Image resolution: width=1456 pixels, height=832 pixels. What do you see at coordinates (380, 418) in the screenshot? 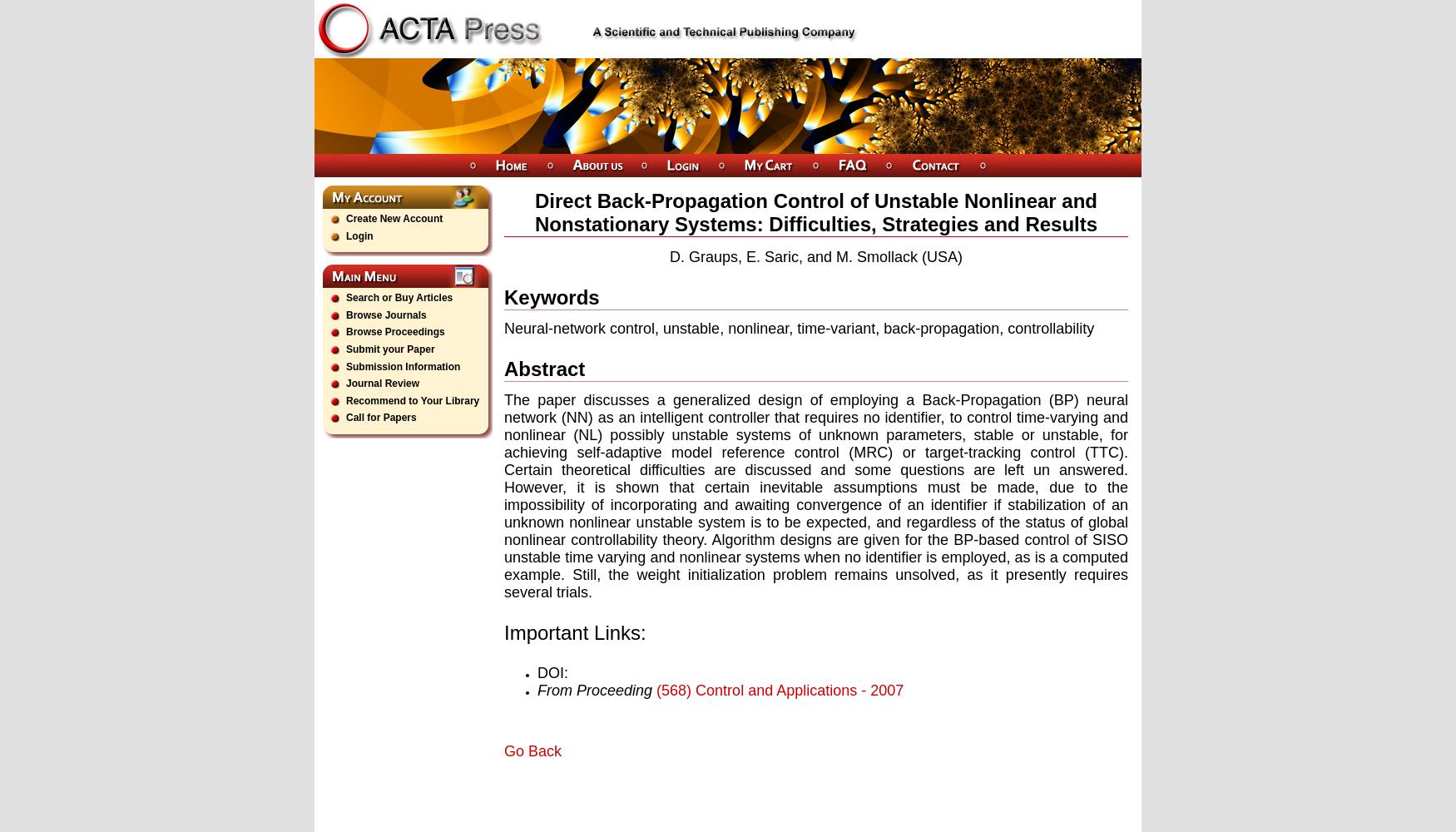
I see `'Call for Papers'` at bounding box center [380, 418].